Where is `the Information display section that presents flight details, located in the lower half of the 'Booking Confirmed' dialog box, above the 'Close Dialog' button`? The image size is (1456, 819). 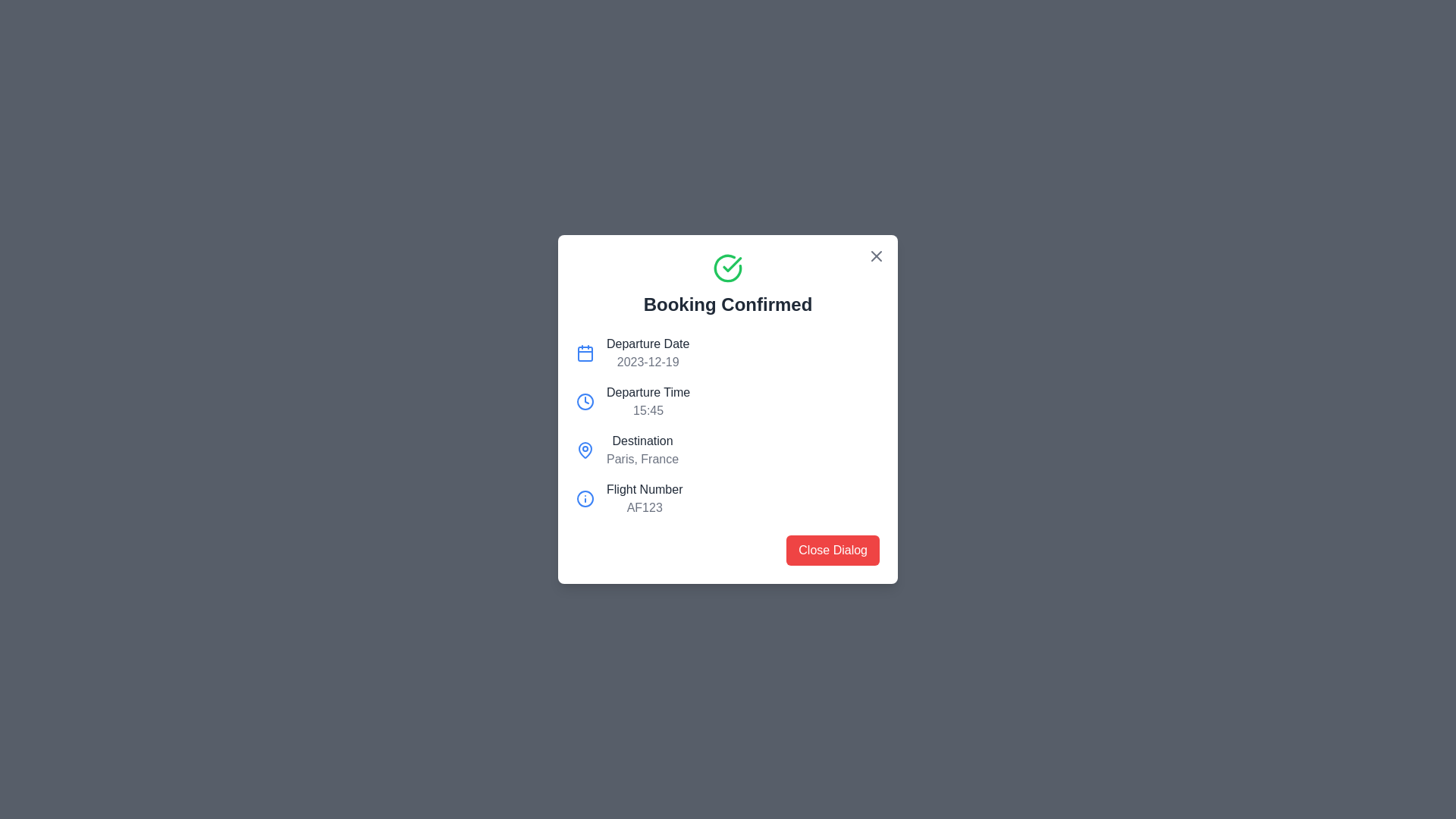
the Information display section that presents flight details, located in the lower half of the 'Booking Confirmed' dialog box, above the 'Close Dialog' button is located at coordinates (728, 426).